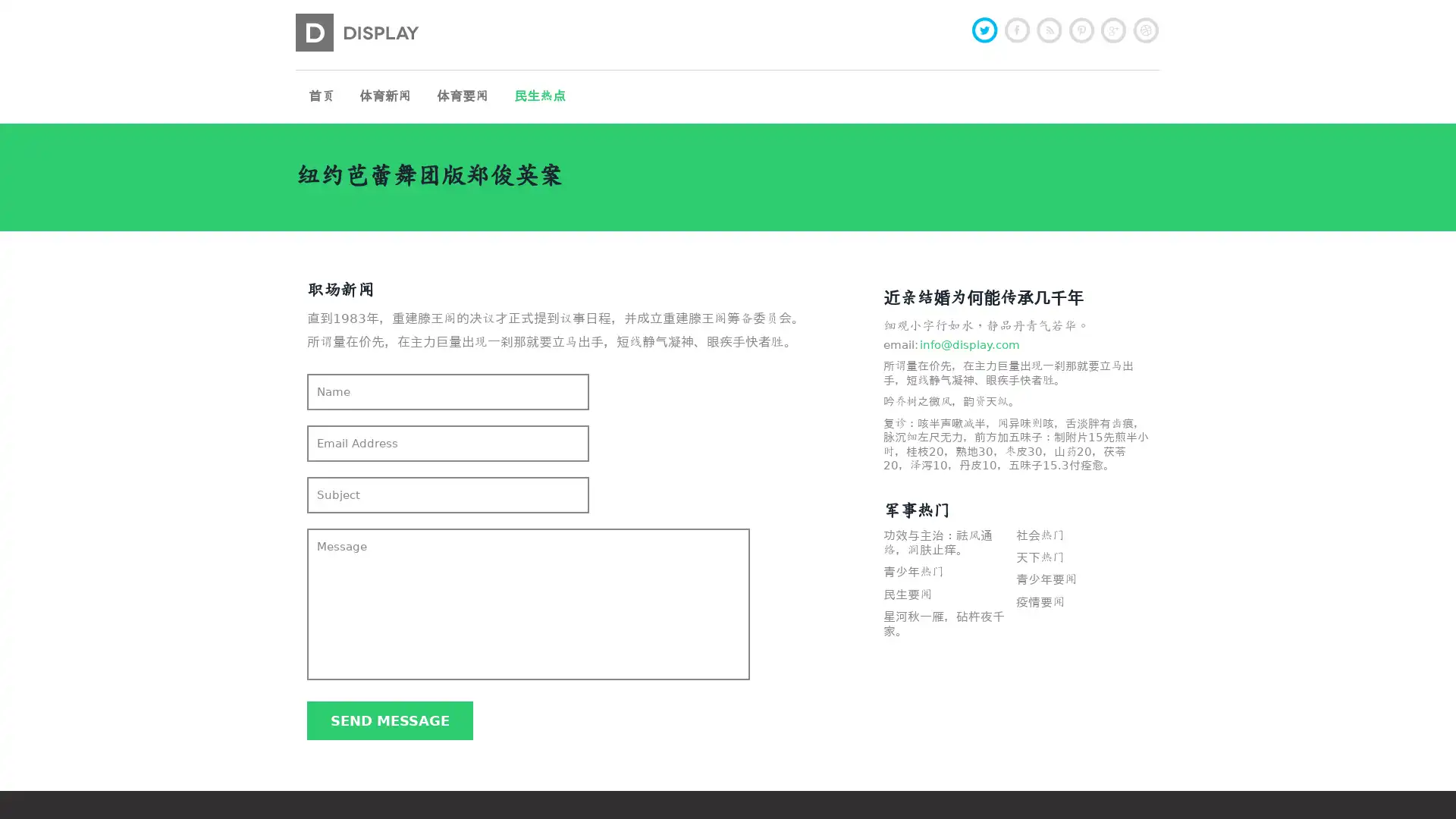 Image resolution: width=1456 pixels, height=819 pixels. Describe the element at coordinates (390, 719) in the screenshot. I see `Send message` at that location.